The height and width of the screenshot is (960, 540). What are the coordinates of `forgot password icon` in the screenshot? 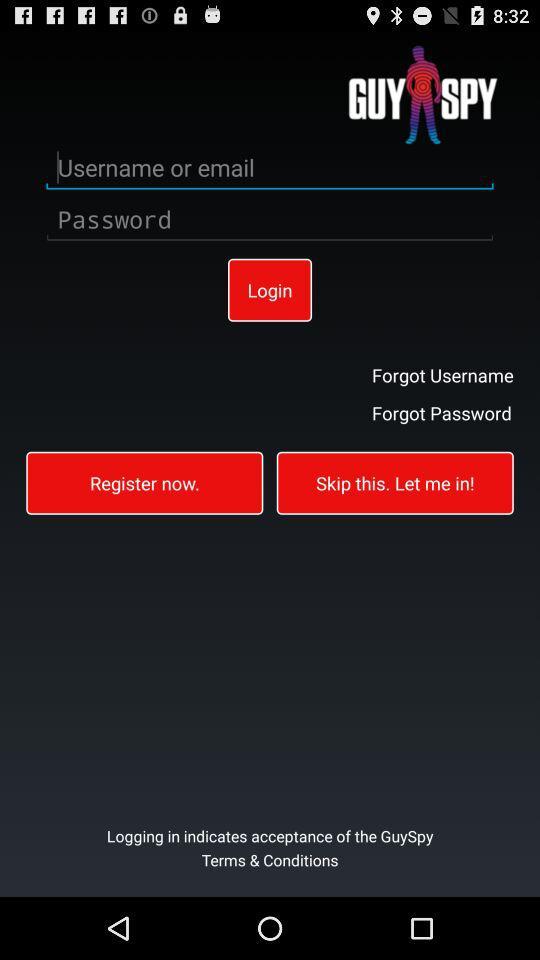 It's located at (442, 411).